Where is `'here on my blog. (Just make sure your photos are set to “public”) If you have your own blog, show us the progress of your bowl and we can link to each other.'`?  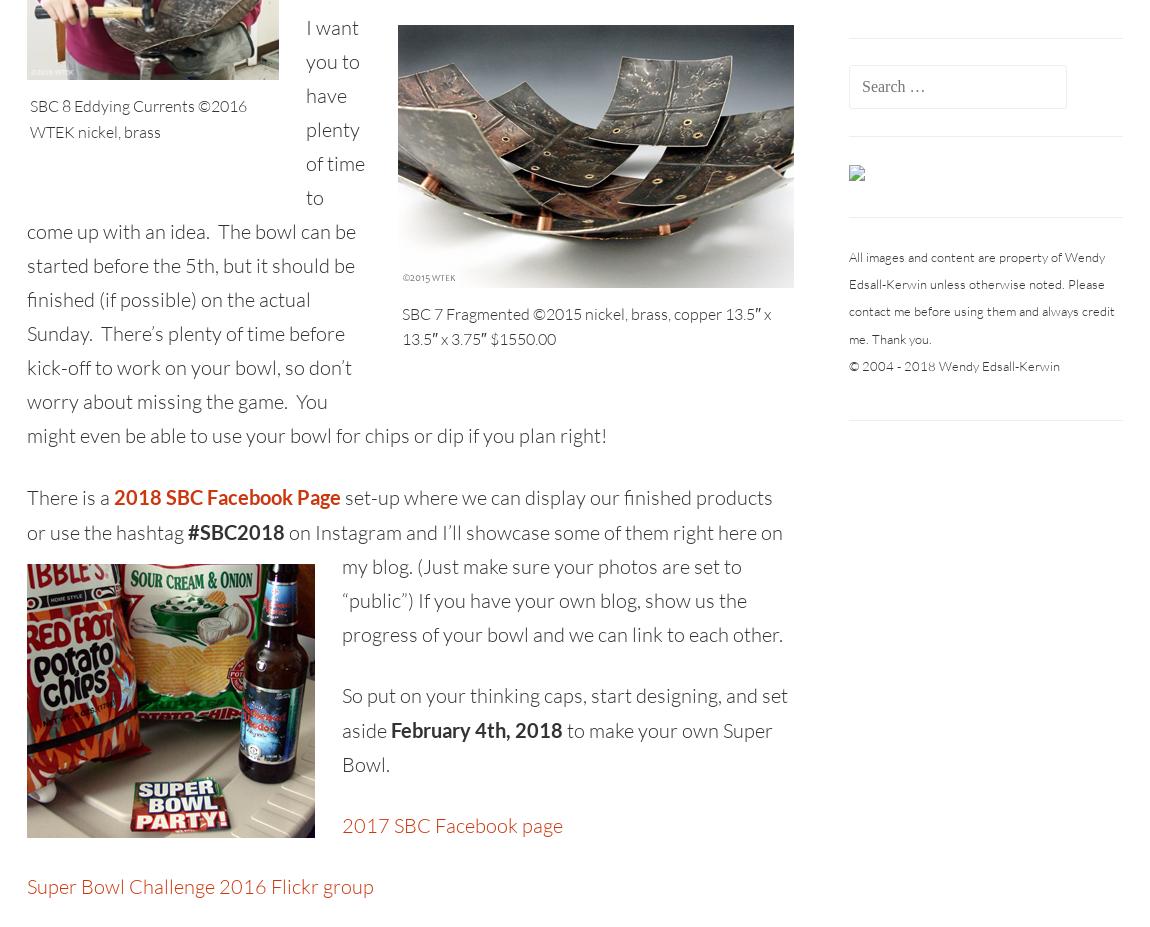 'here on my blog. (Just make sure your photos are set to “public”) If you have your own blog, show us the progress of your bowl and we can link to each other.' is located at coordinates (342, 583).